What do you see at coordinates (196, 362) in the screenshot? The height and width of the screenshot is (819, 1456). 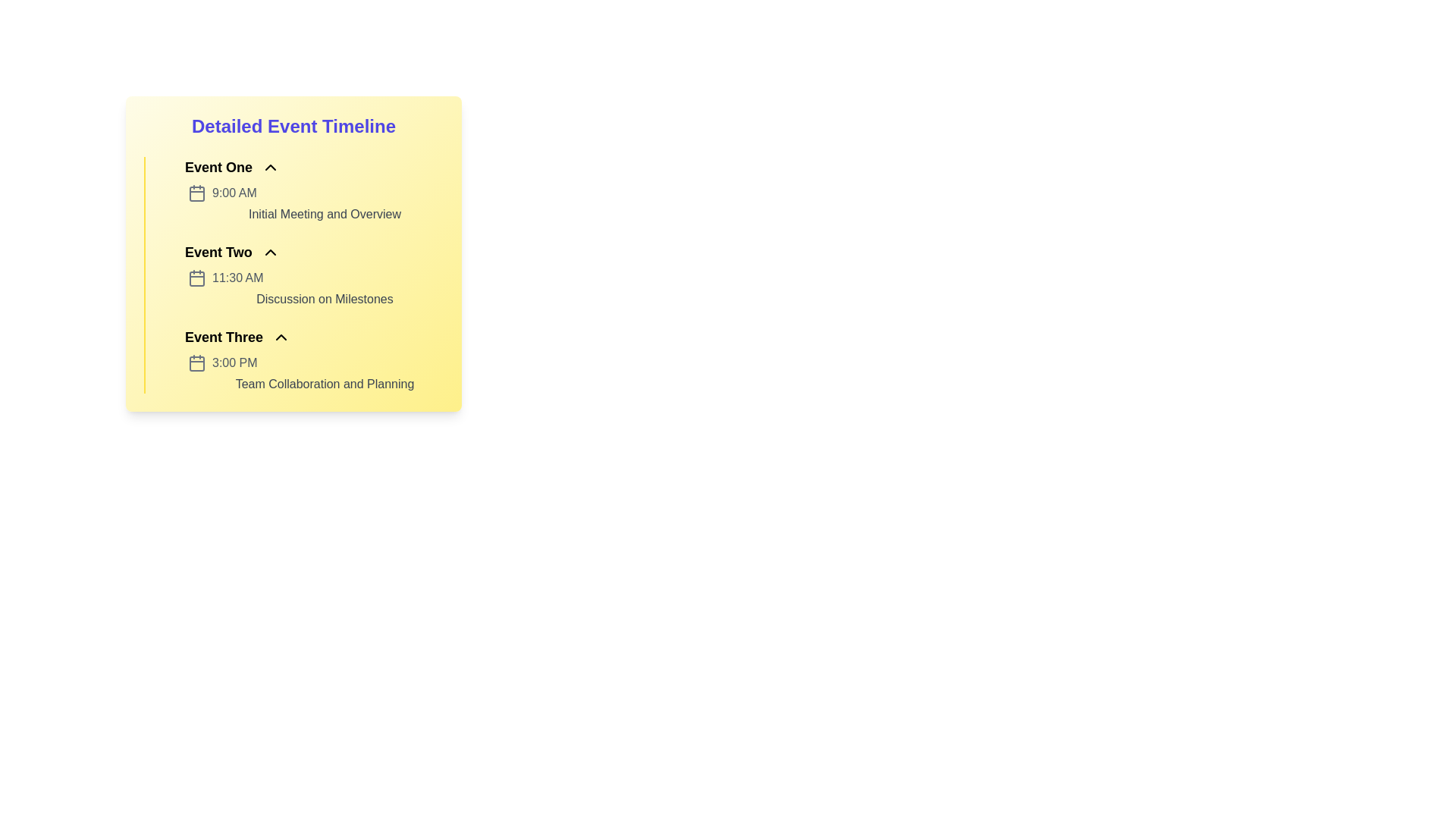 I see `the gray calendar icon with rounded corners located next to the text '3:00 PM' in the 'Event Three' section of the 'Detailed Event Timeline'` at bounding box center [196, 362].